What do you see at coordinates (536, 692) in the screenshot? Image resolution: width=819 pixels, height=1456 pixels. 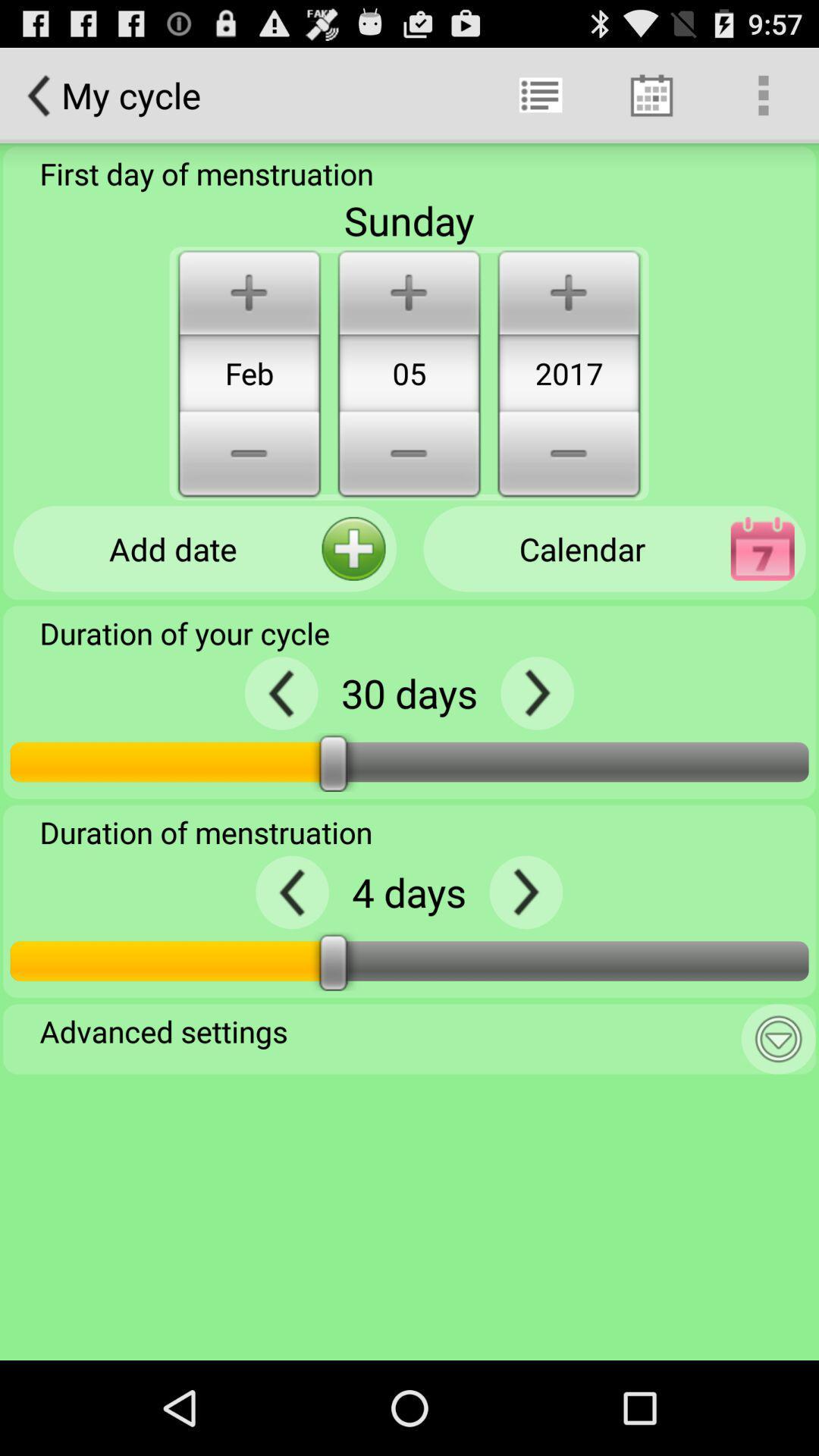 I see `the button which is next to the 30 days` at bounding box center [536, 692].